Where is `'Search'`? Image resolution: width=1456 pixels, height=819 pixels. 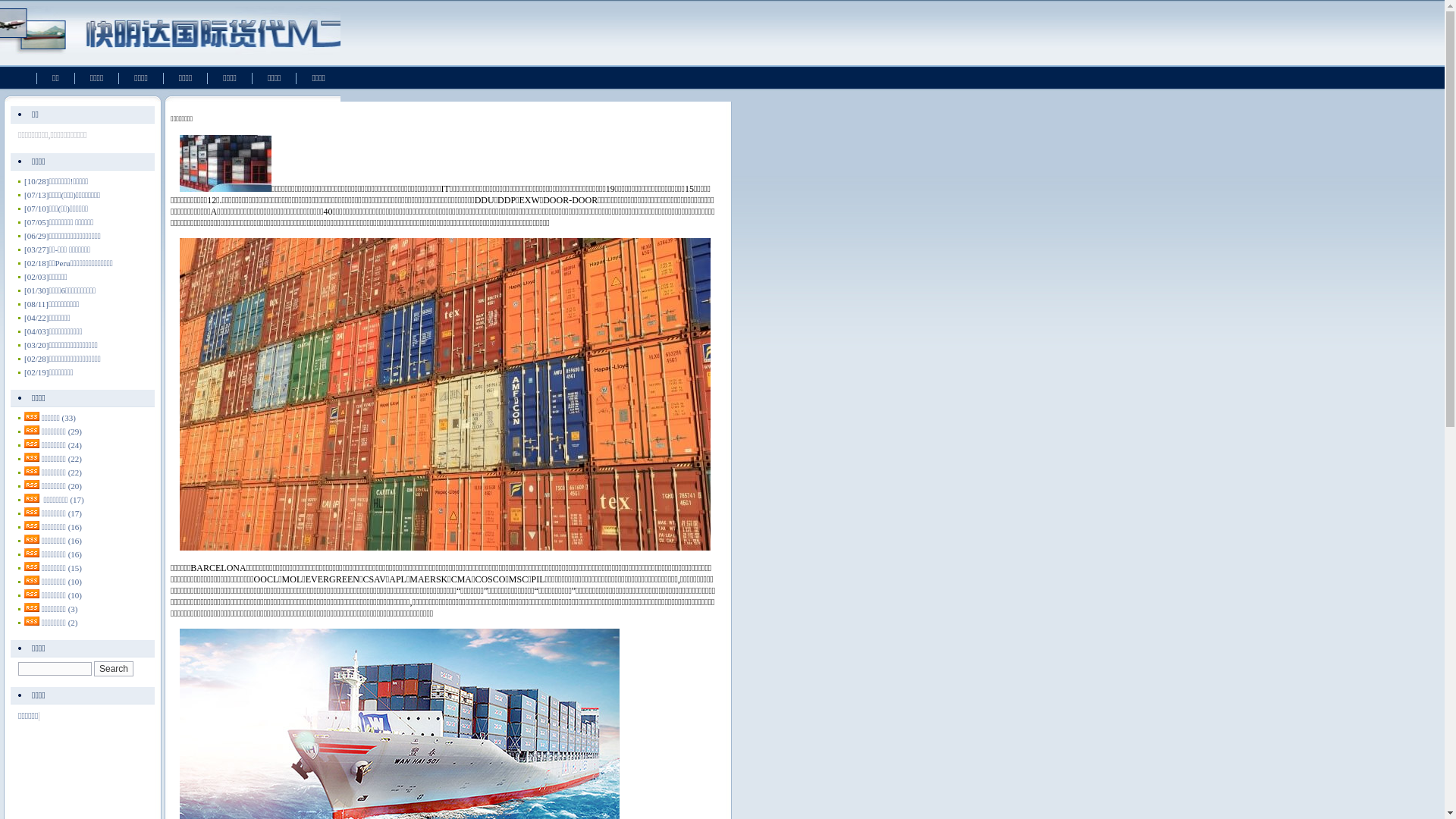 'Search' is located at coordinates (112, 668).